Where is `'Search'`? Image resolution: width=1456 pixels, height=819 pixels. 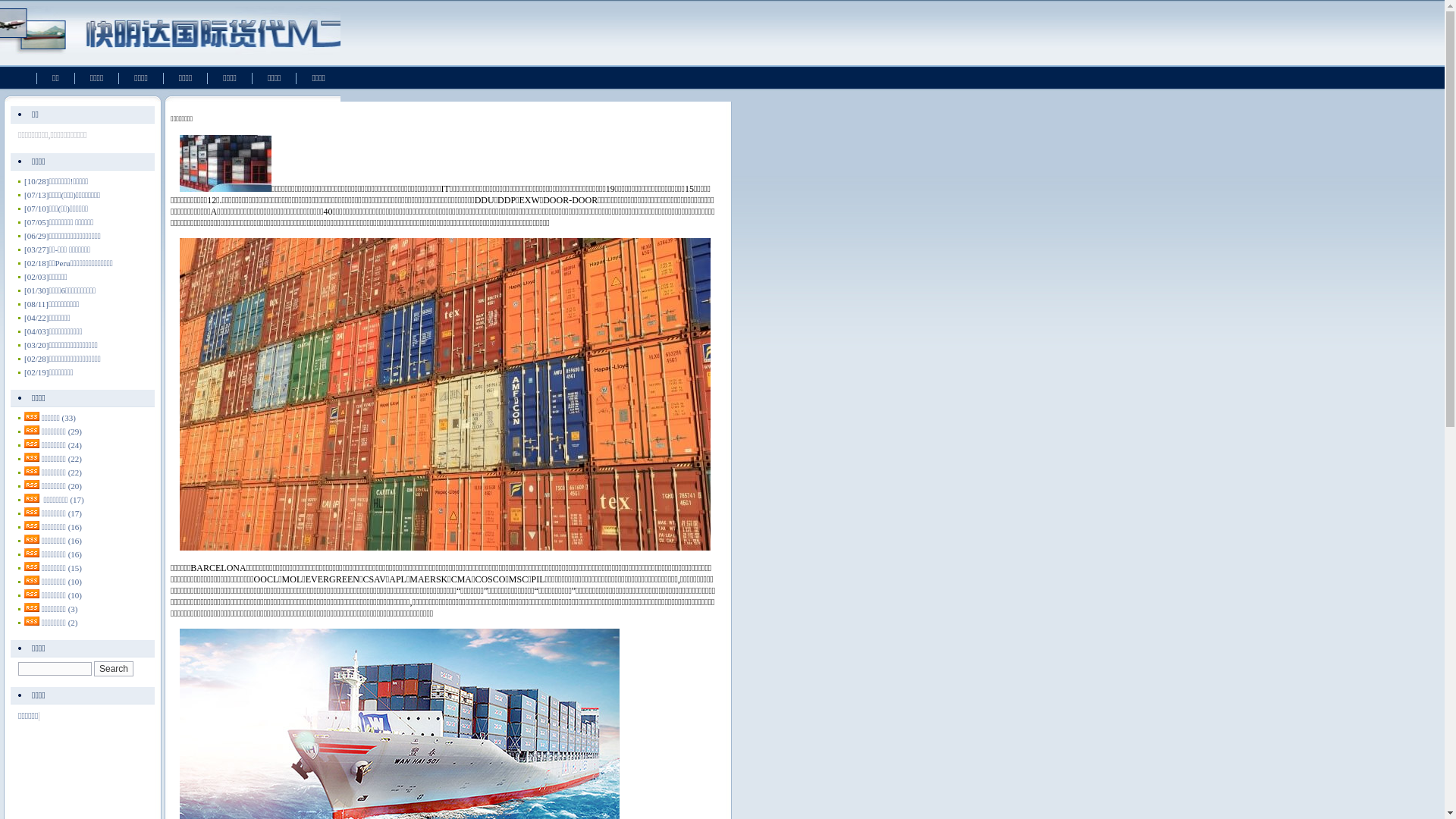 'Search' is located at coordinates (112, 668).